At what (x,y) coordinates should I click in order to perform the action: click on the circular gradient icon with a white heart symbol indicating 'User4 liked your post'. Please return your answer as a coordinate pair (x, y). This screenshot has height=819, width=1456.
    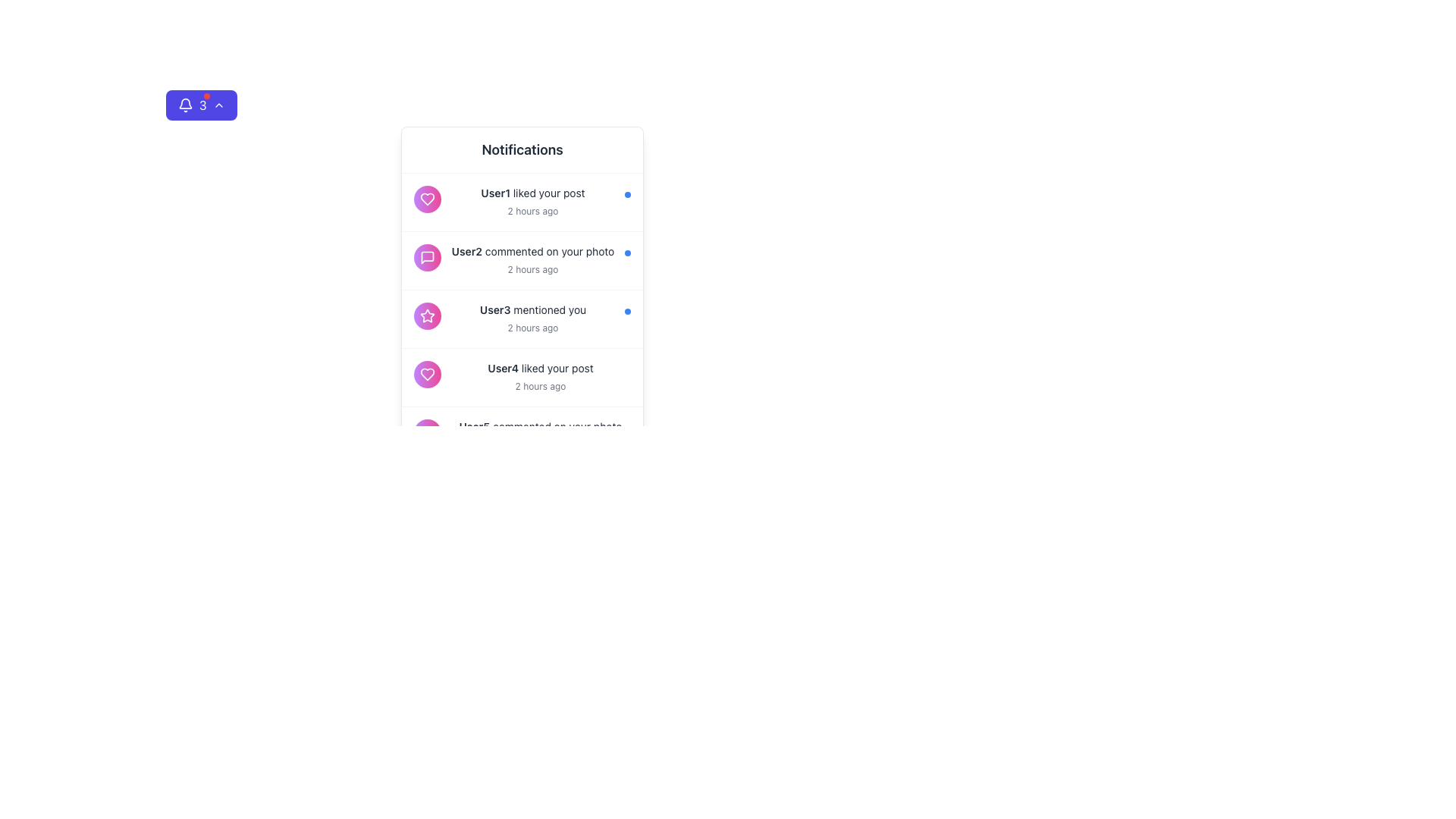
    Looking at the image, I should click on (427, 374).